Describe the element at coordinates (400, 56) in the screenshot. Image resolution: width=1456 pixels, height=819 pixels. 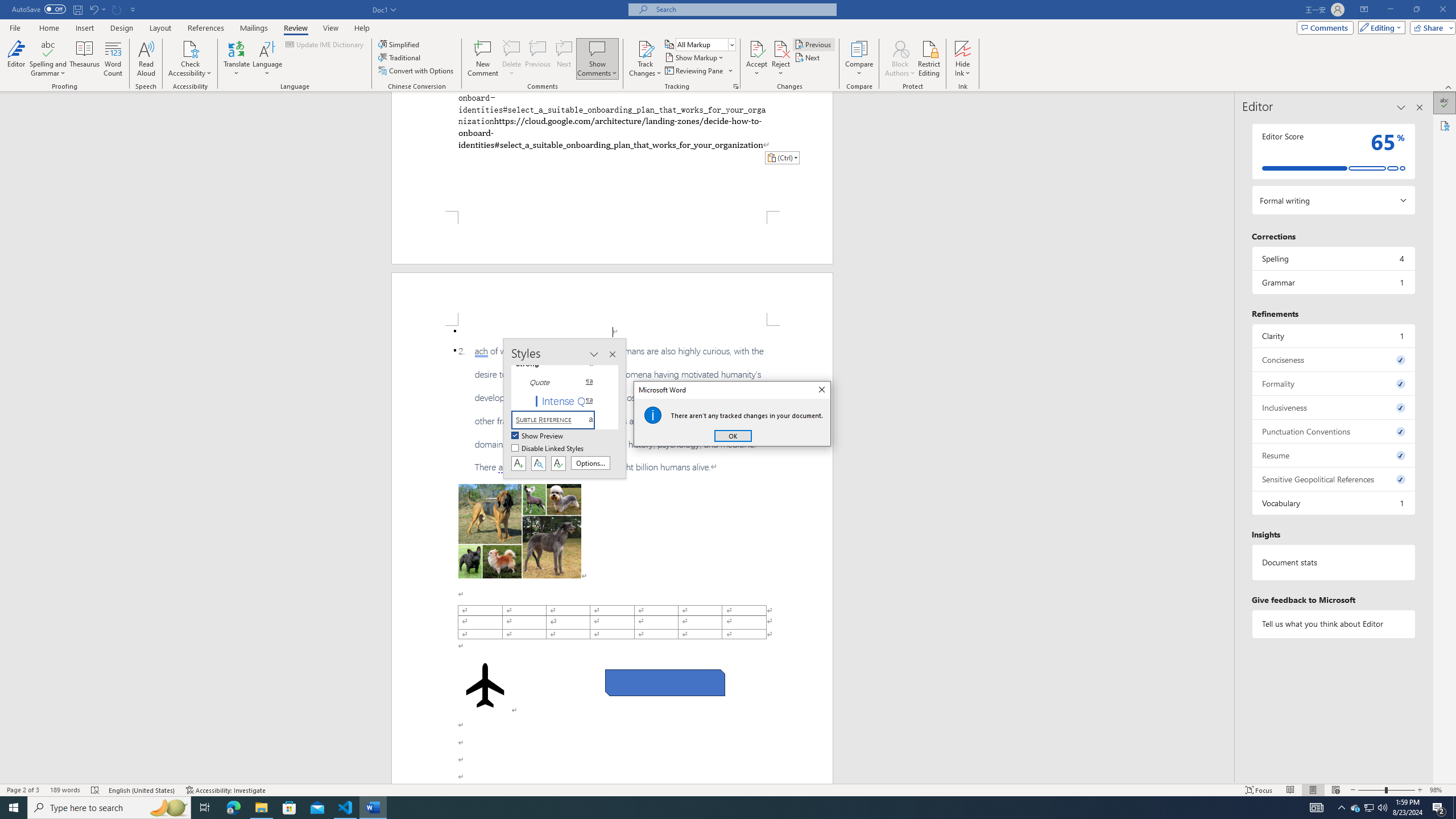
I see `'Traditional'` at that location.